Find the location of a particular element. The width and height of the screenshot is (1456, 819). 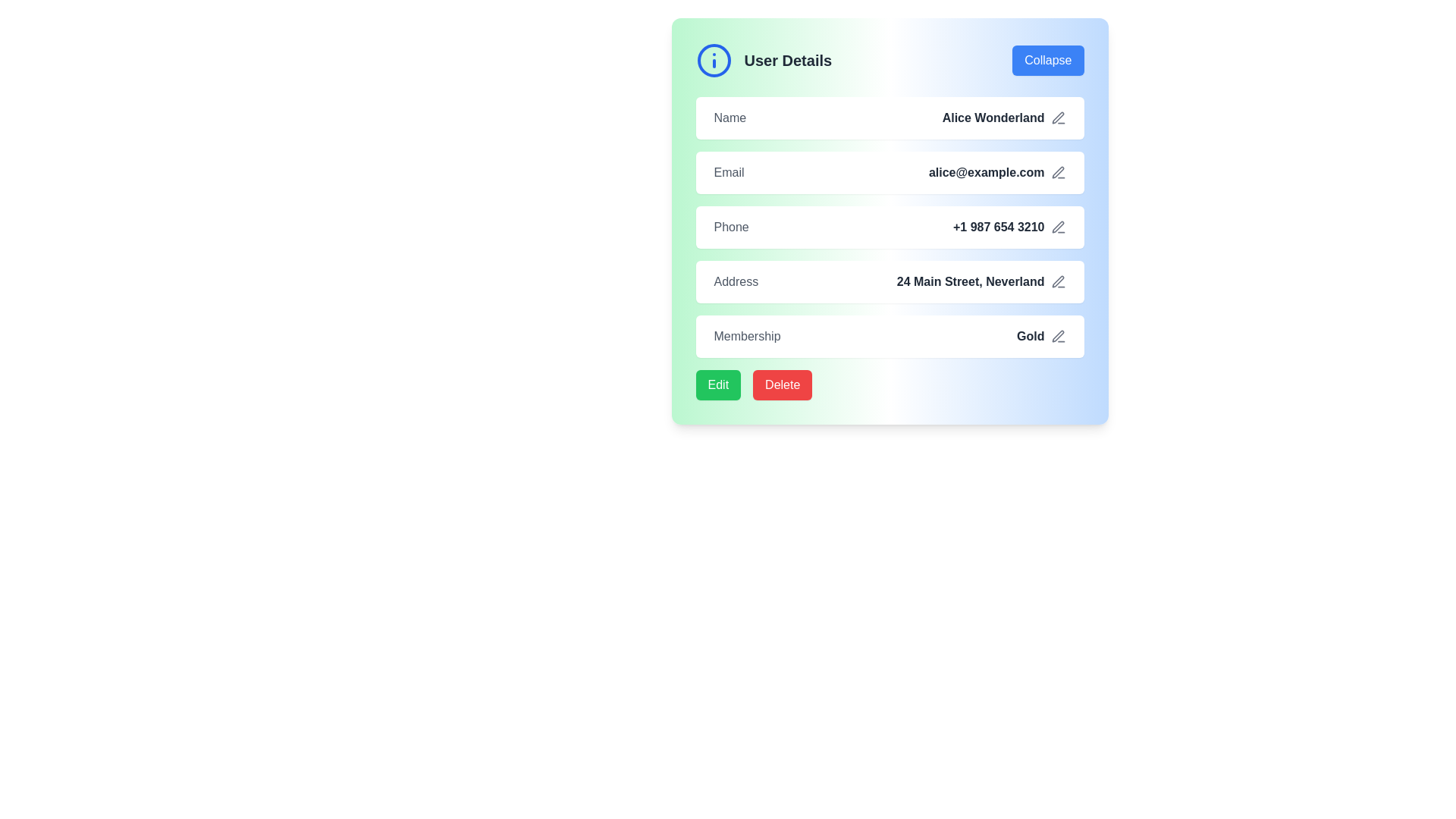

the Label with an accompanying icon that identifies the section for user details, located at the top-left corner inside a box of header components is located at coordinates (764, 60).